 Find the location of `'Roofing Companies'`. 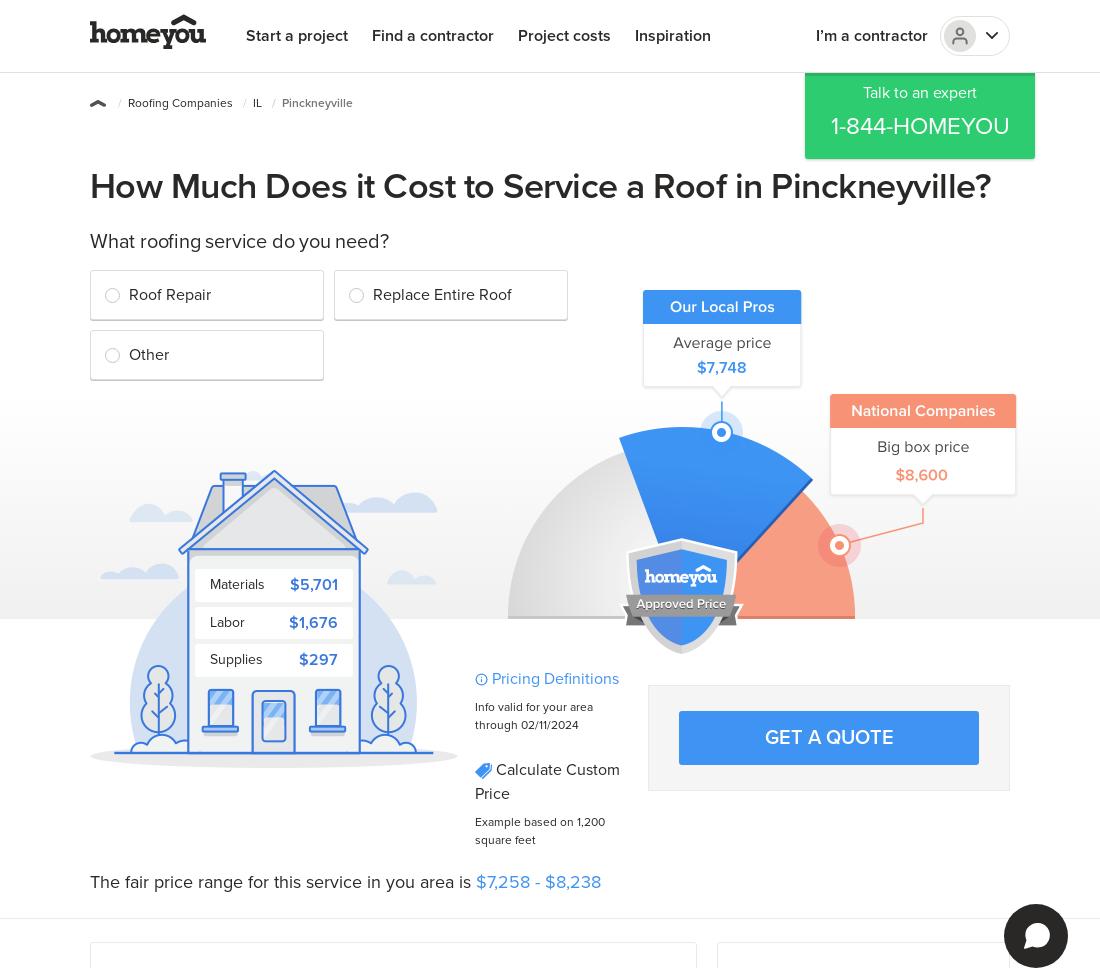

'Roofing Companies' is located at coordinates (179, 102).